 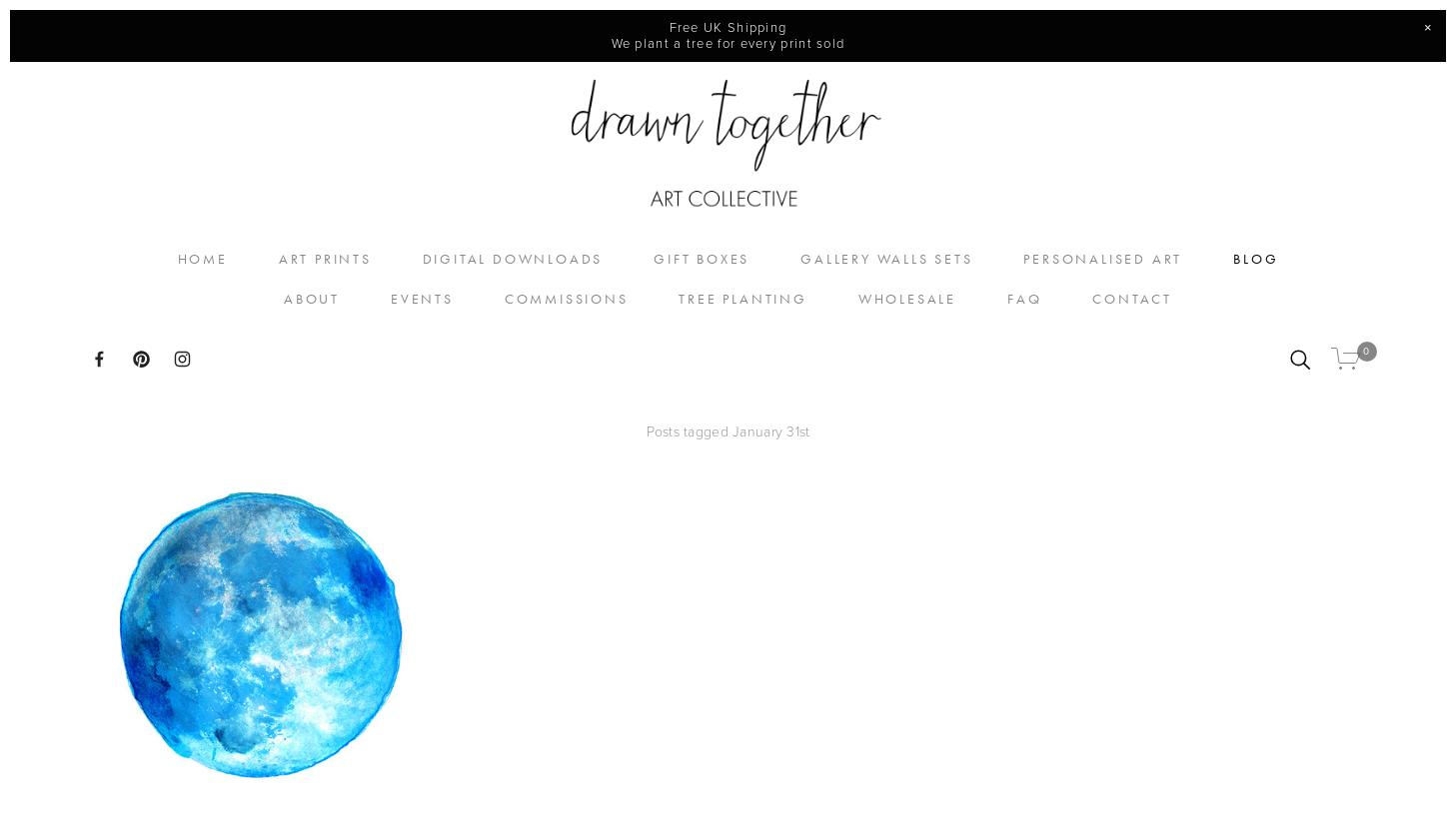 What do you see at coordinates (700, 258) in the screenshot?
I see `'Gift Boxes'` at bounding box center [700, 258].